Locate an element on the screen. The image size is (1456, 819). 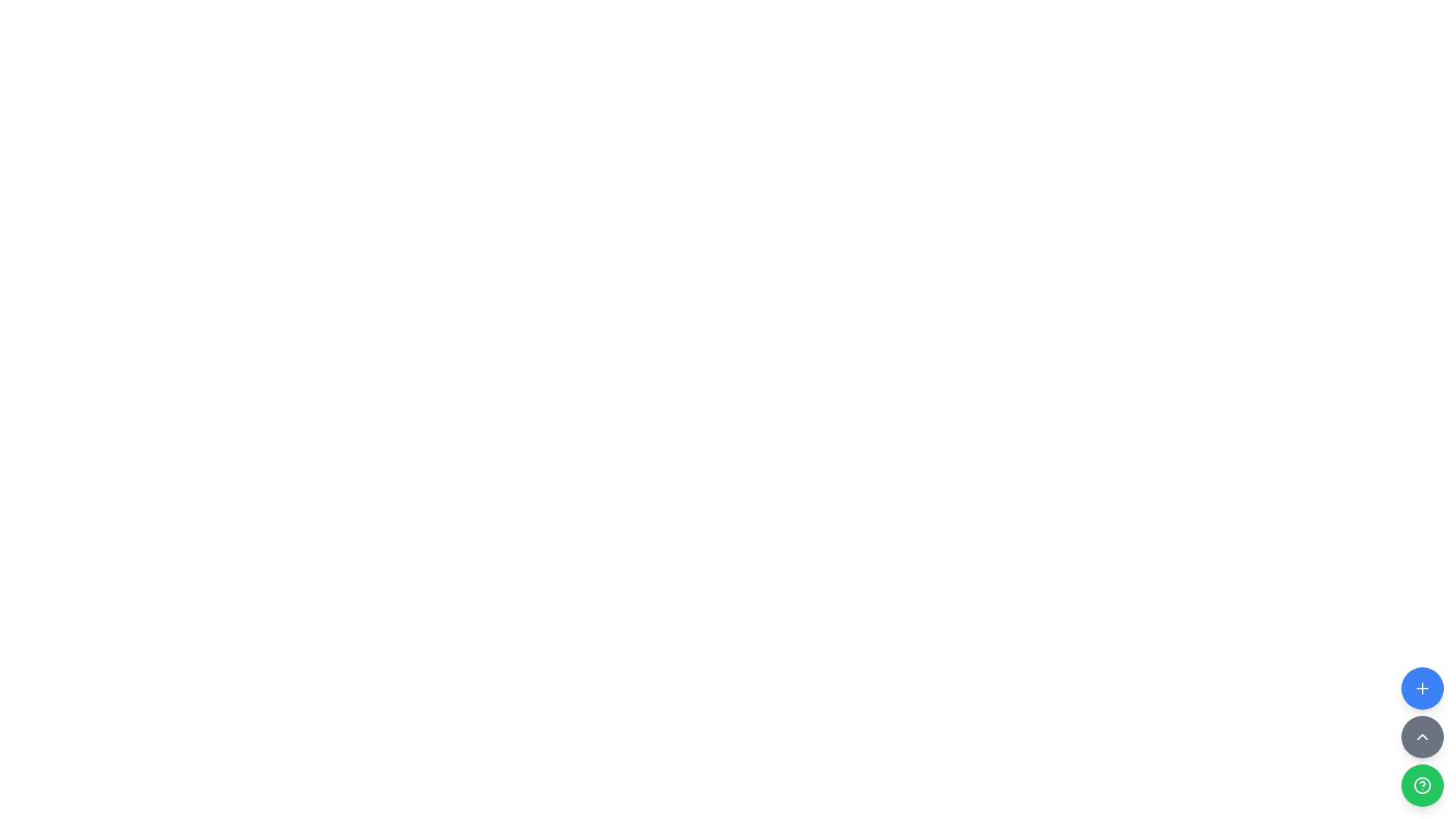
the action trigger button located in the bottom-right corner of the interface to observe the hover effect is located at coordinates (1422, 688).